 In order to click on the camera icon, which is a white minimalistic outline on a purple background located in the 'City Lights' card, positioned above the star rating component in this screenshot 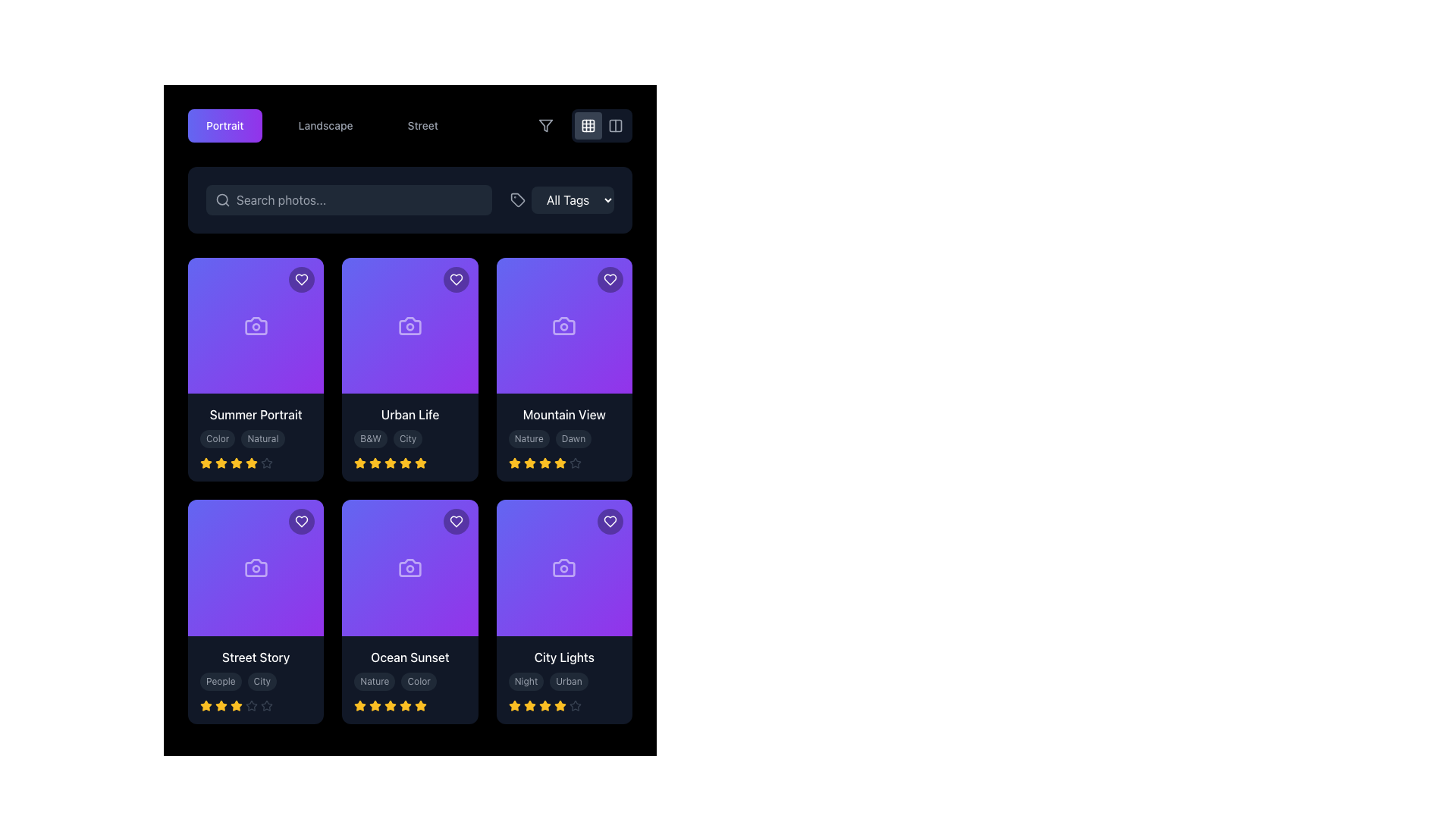, I will do `click(563, 567)`.